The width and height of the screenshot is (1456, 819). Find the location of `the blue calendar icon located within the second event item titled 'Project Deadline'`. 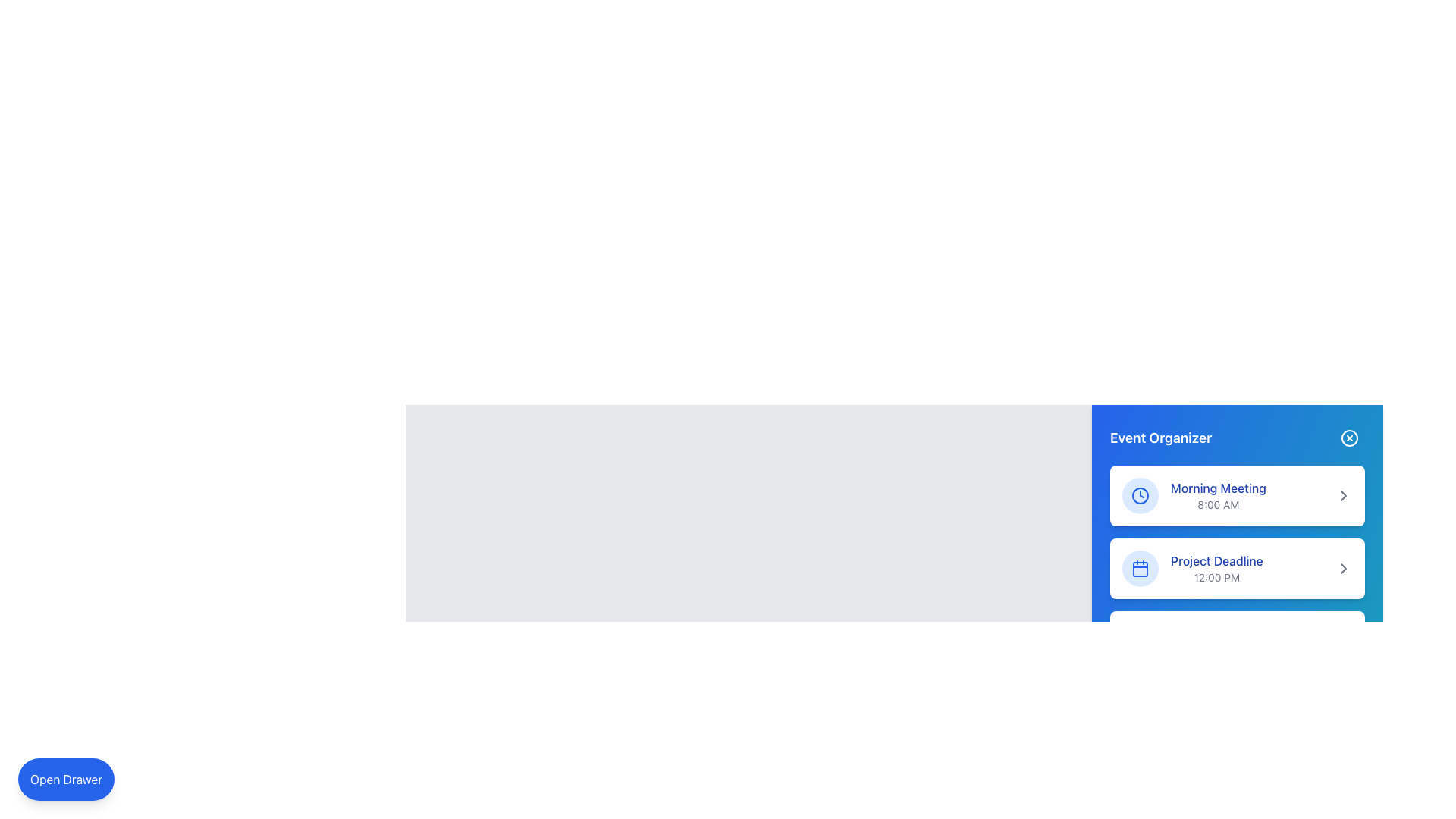

the blue calendar icon located within the second event item titled 'Project Deadline' is located at coordinates (1140, 568).